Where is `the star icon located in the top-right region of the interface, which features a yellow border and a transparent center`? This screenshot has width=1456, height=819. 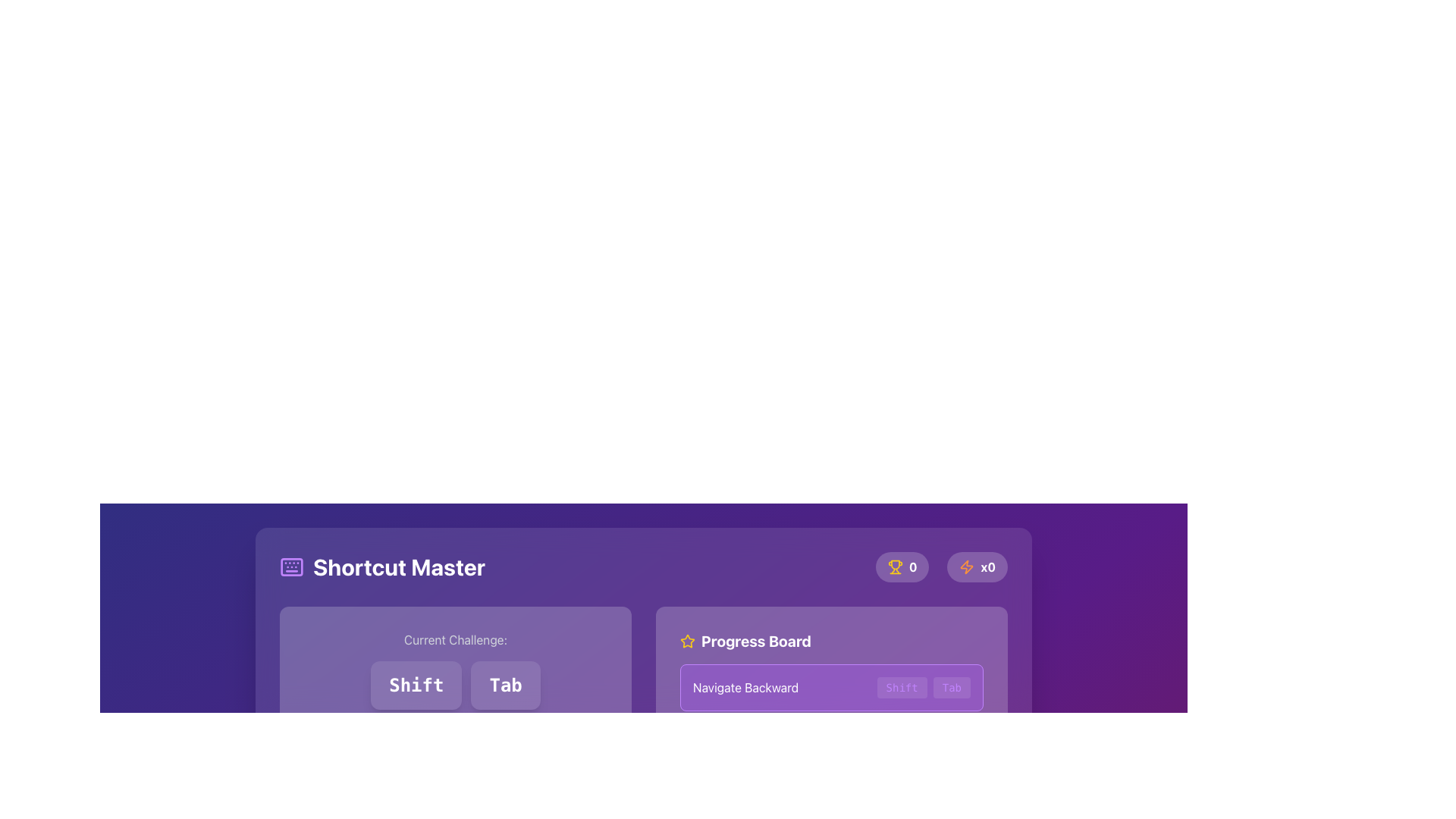 the star icon located in the top-right region of the interface, which features a yellow border and a transparent center is located at coordinates (686, 640).